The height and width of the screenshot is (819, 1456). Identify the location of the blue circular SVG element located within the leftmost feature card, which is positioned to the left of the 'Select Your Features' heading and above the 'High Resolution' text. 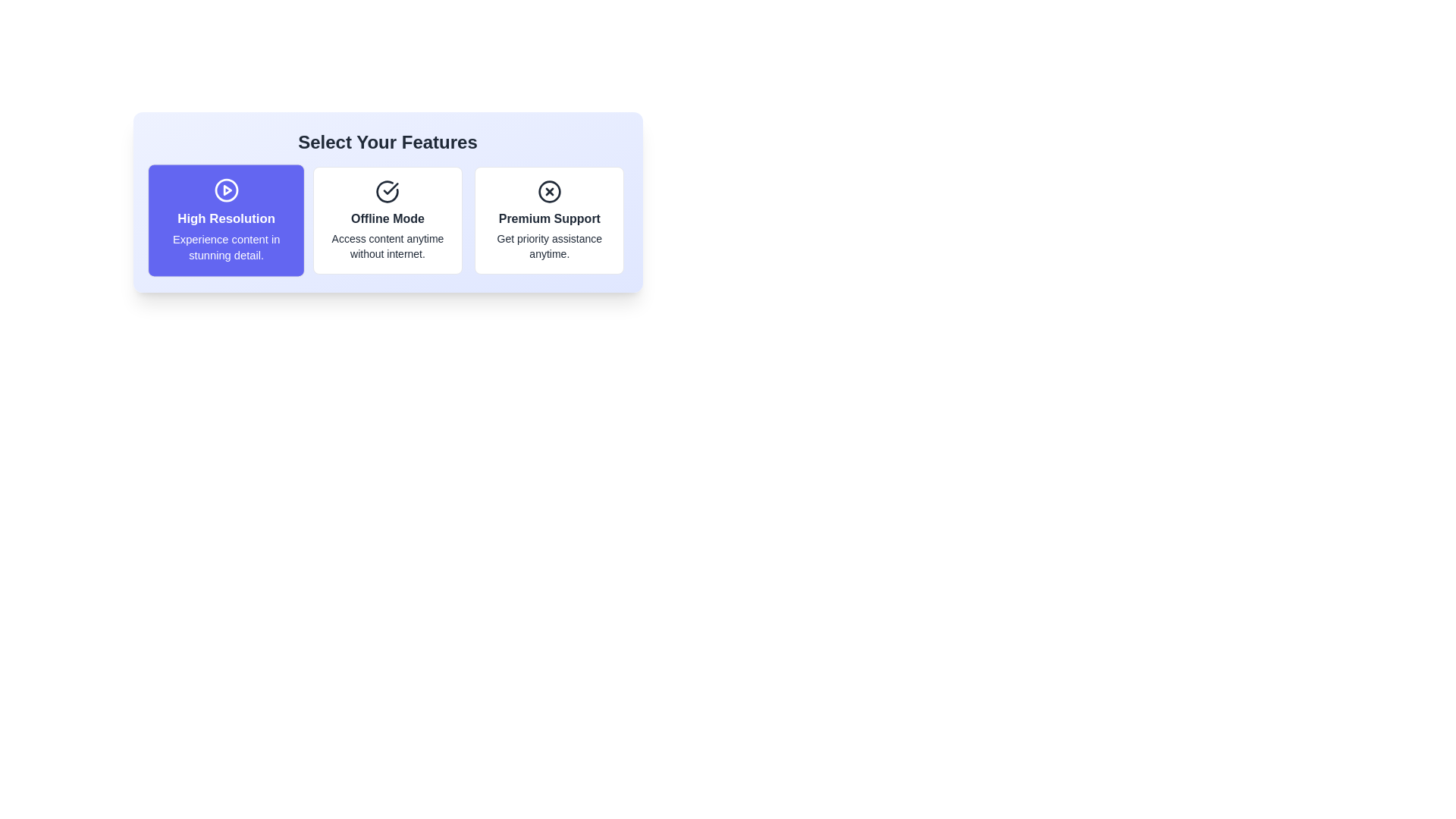
(225, 190).